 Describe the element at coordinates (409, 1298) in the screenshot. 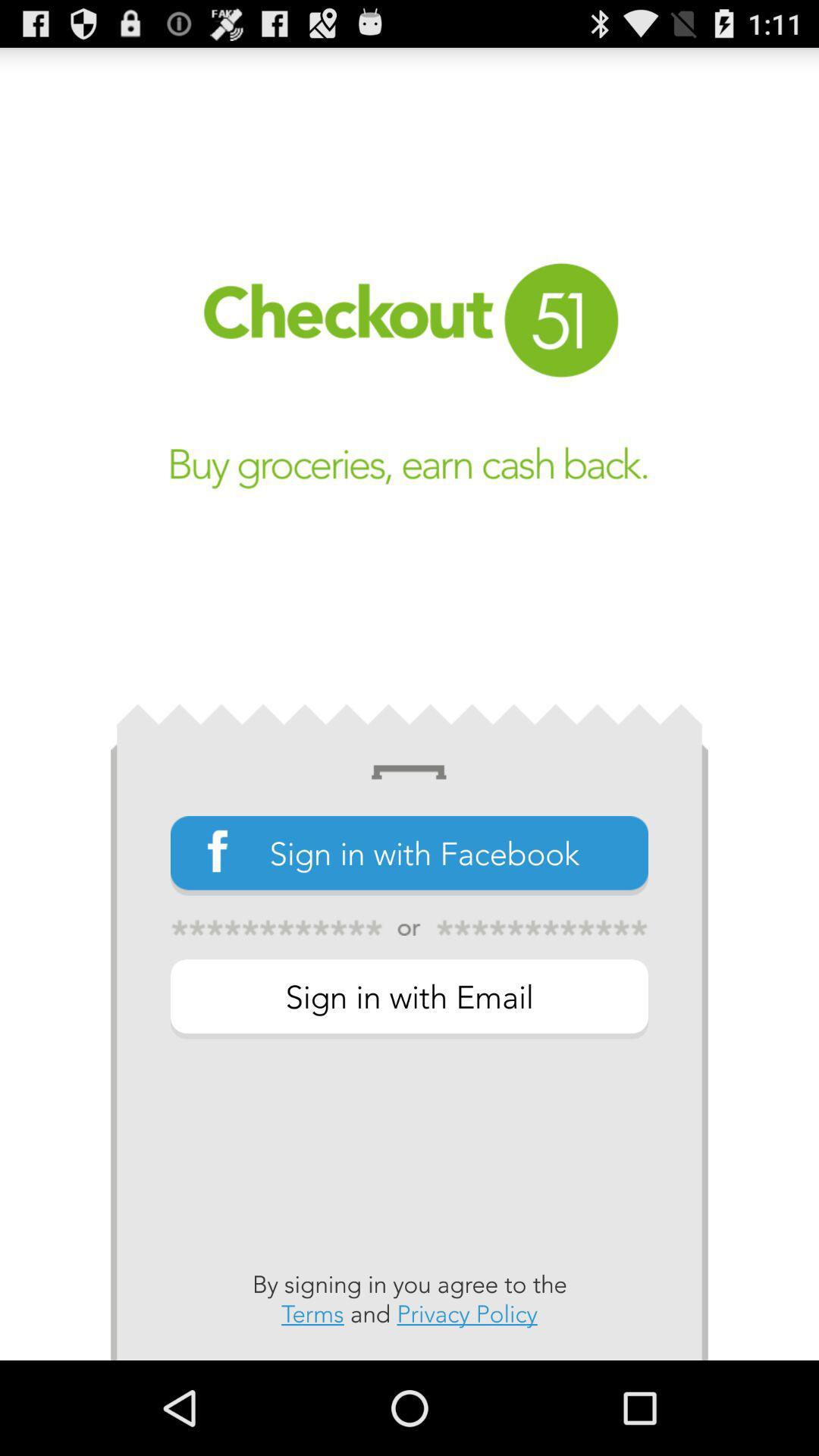

I see `by signing in item` at that location.